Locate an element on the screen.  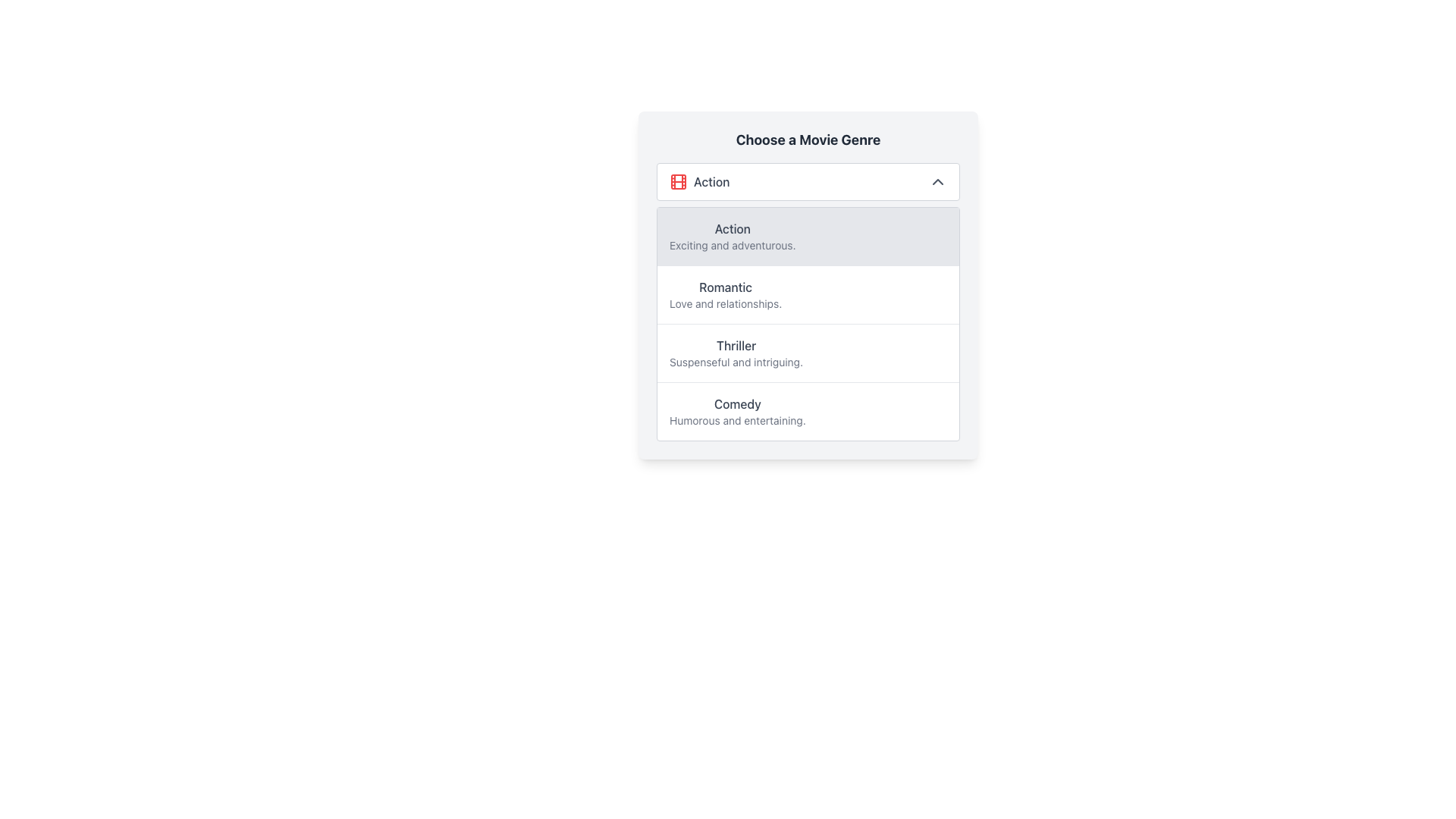
the static text label displaying 'Love and relationships.' which is located under the 'Romantic' genre heading in the movie genres list is located at coordinates (725, 304).